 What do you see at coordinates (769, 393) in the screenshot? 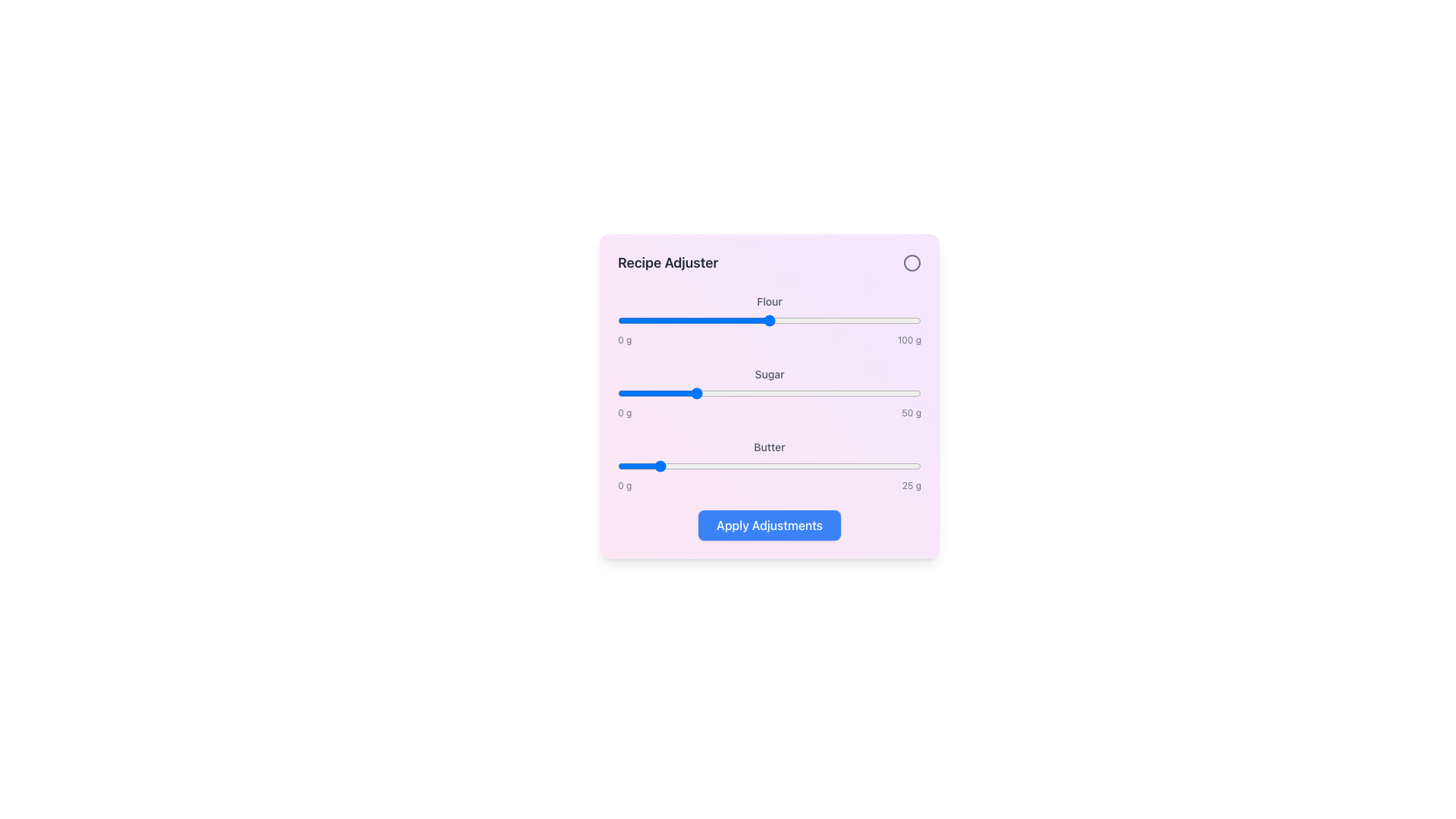
I see `the track of the Range Slider used to adjust sugar levels in the recipe, which is centrally positioned below the 'Sugar' label and above the '0 g' and '50 g' markers` at bounding box center [769, 393].